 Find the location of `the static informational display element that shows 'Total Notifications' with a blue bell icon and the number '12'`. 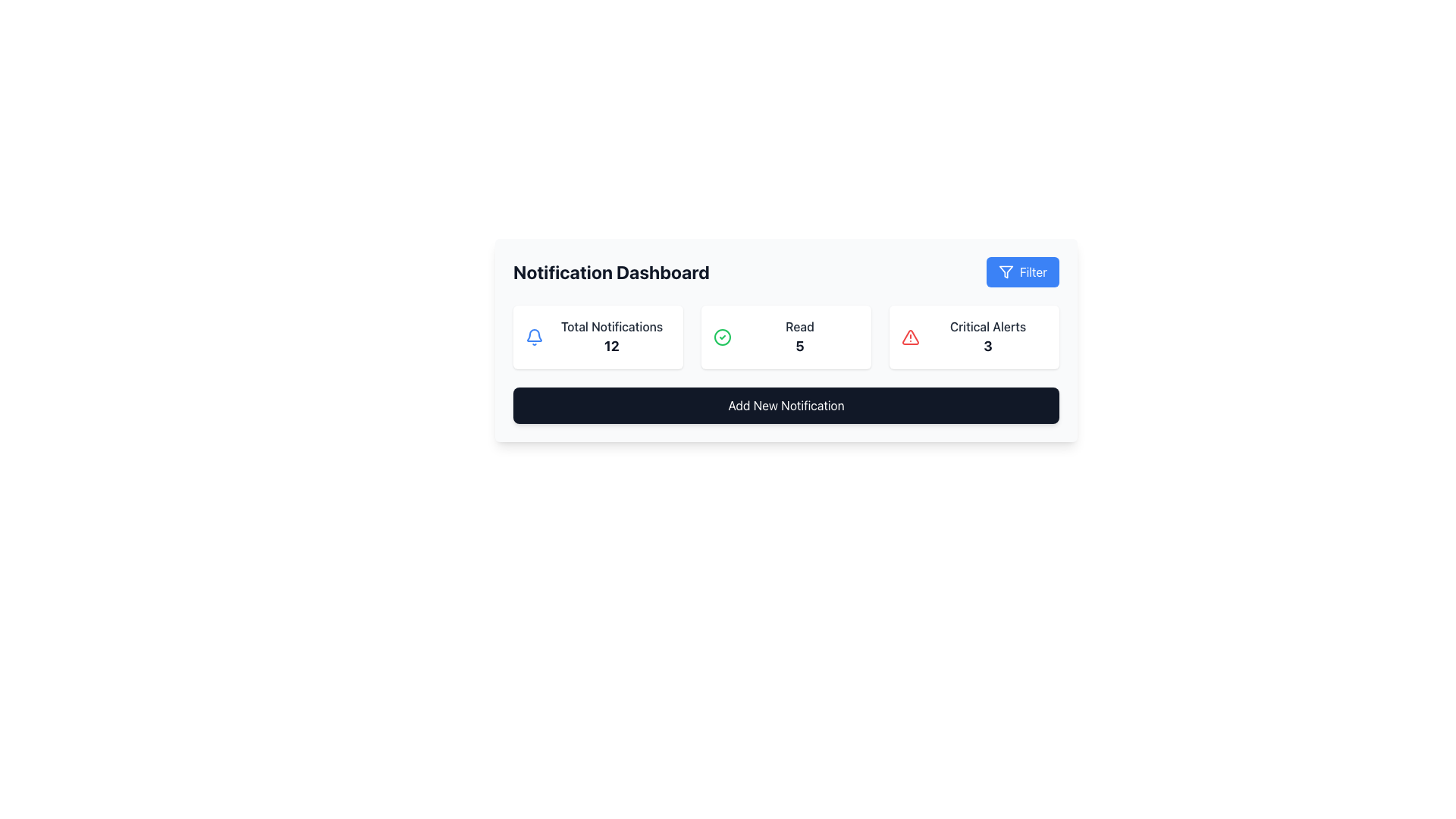

the static informational display element that shows 'Total Notifications' with a blue bell icon and the number '12' is located at coordinates (597, 336).